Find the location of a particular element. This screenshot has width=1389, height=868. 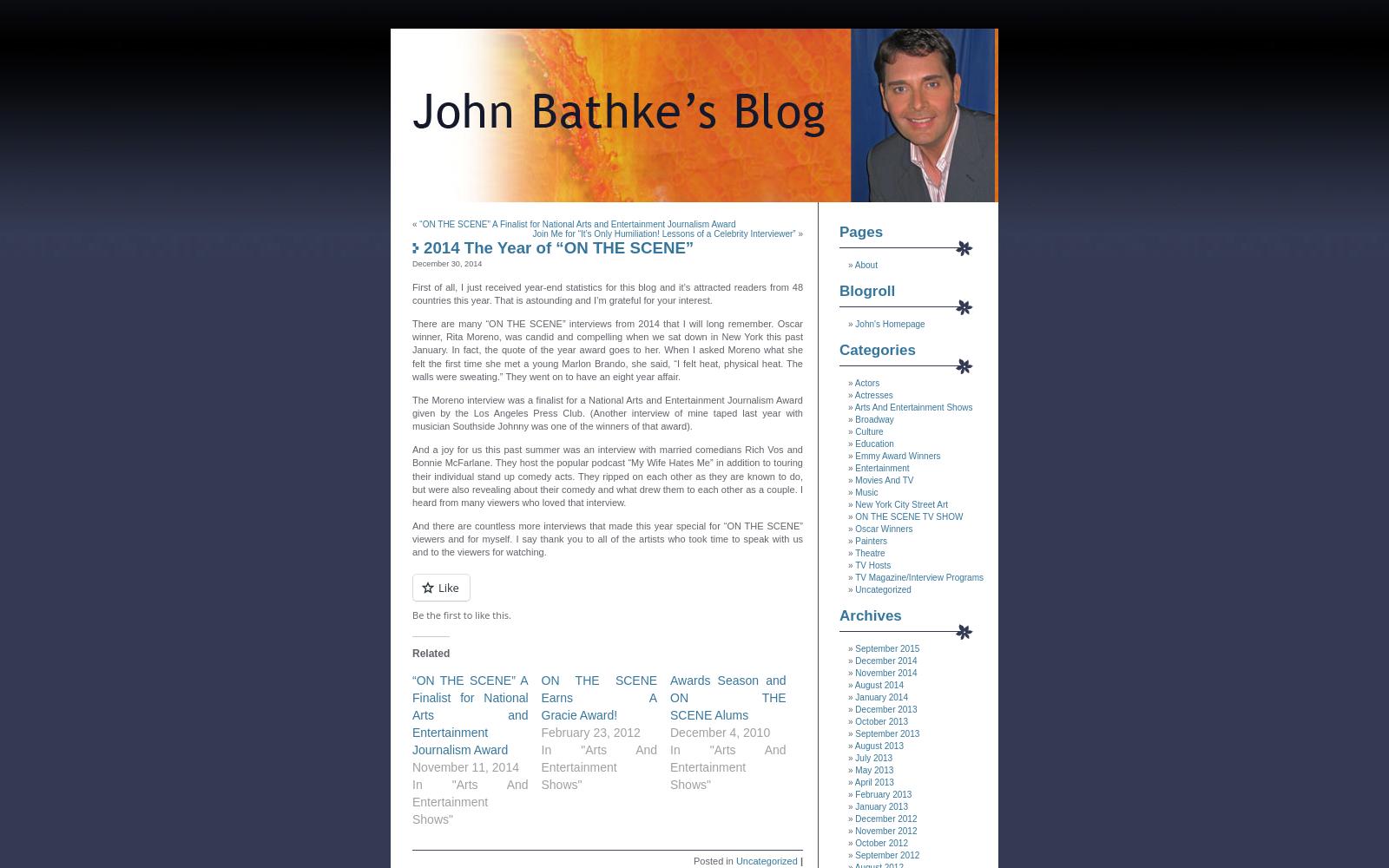

'John's Homepage' is located at coordinates (889, 323).